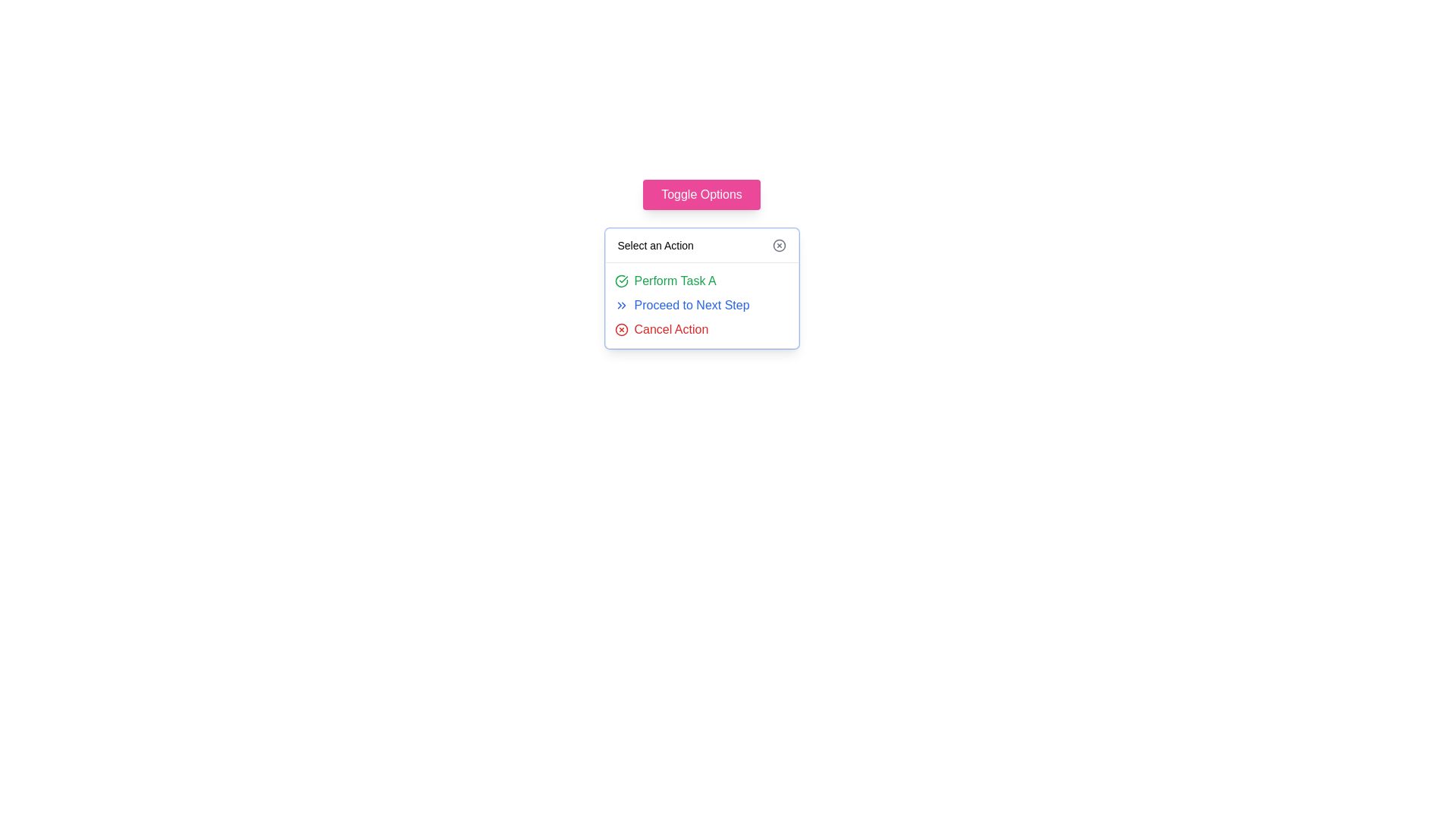 The width and height of the screenshot is (1456, 819). Describe the element at coordinates (779, 245) in the screenshot. I see `the close button located in the top-right corner of the action selection box to change its color` at that location.